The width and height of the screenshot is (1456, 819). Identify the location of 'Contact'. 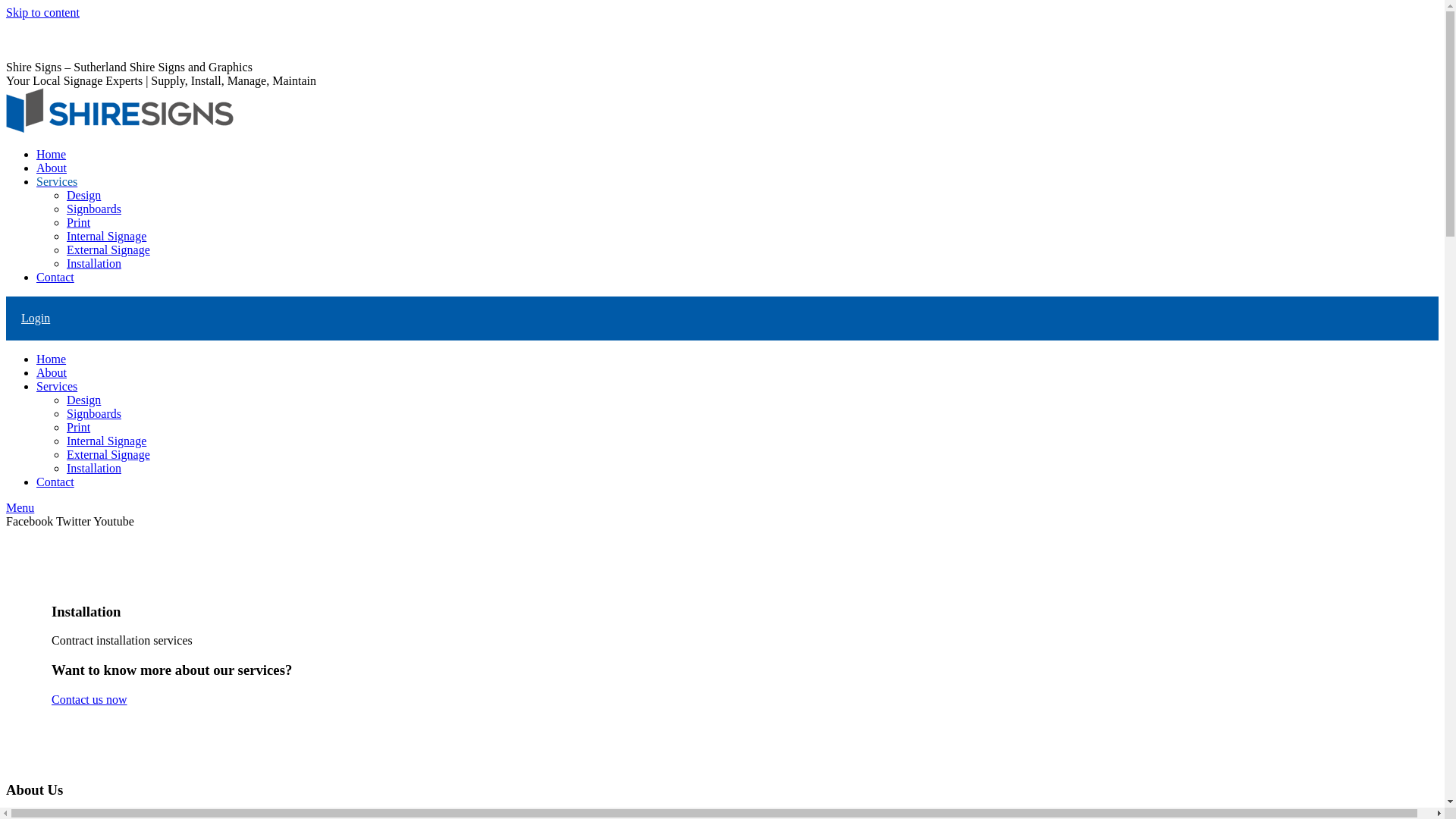
(55, 277).